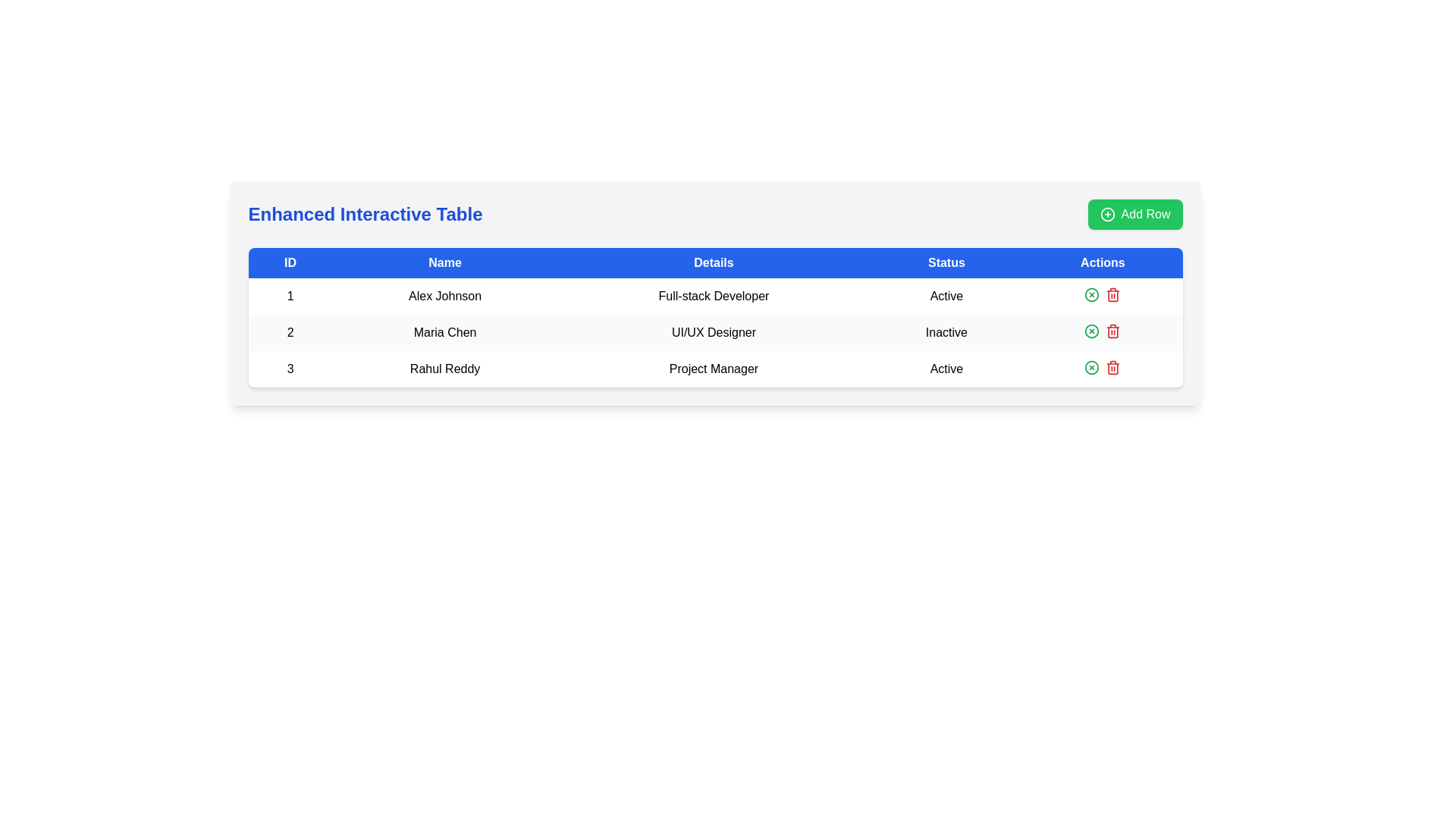 This screenshot has width=1456, height=819. Describe the element at coordinates (1103, 295) in the screenshot. I see `the grouped action element containing two interactive icons in the 'Actions' column of the first row for 'Alex Johnson - Full-stack Developer'` at that location.